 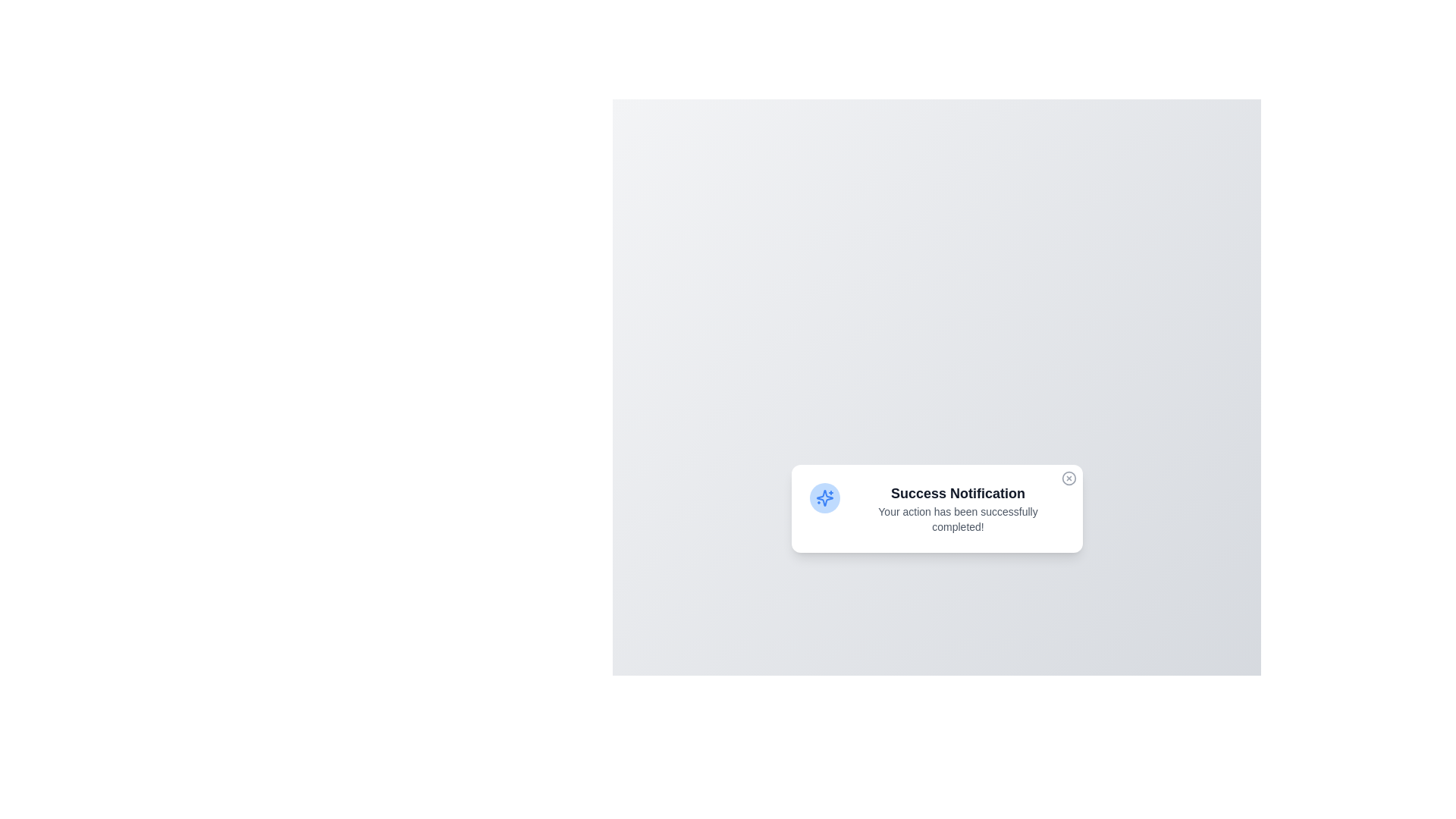 I want to click on the notification icon to interact with it, so click(x=824, y=497).